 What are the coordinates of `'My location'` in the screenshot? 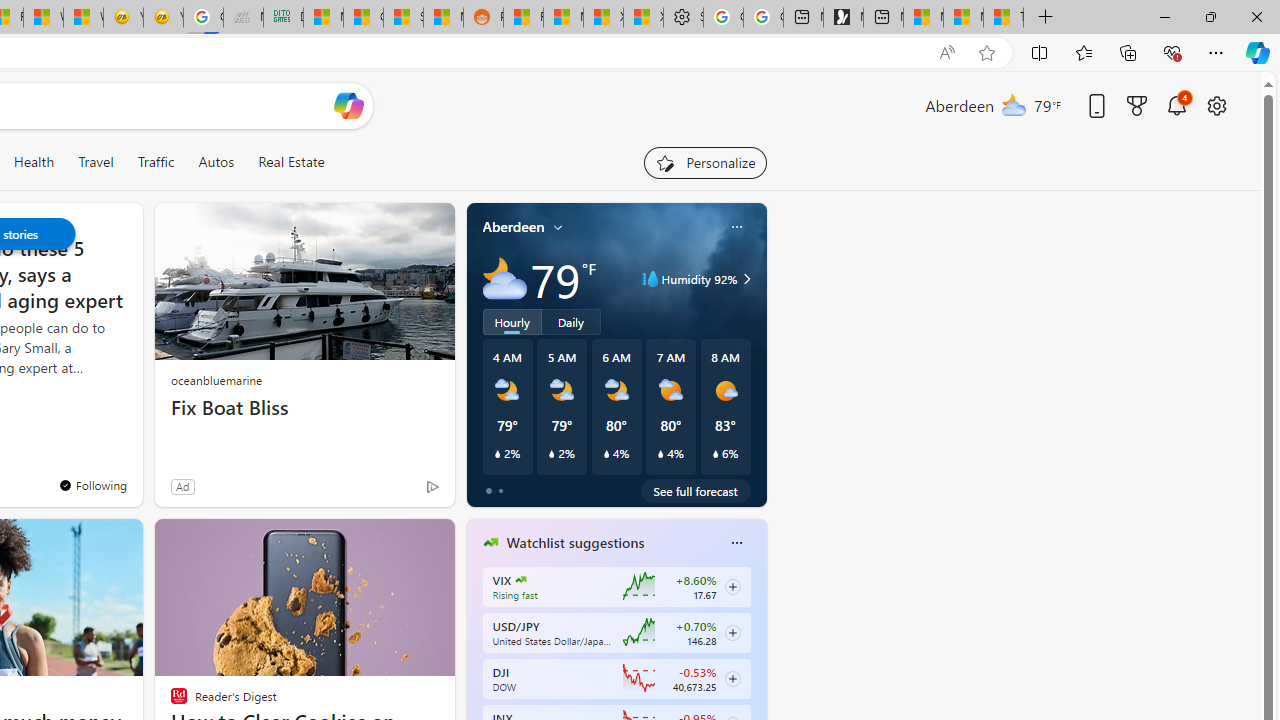 It's located at (558, 226).